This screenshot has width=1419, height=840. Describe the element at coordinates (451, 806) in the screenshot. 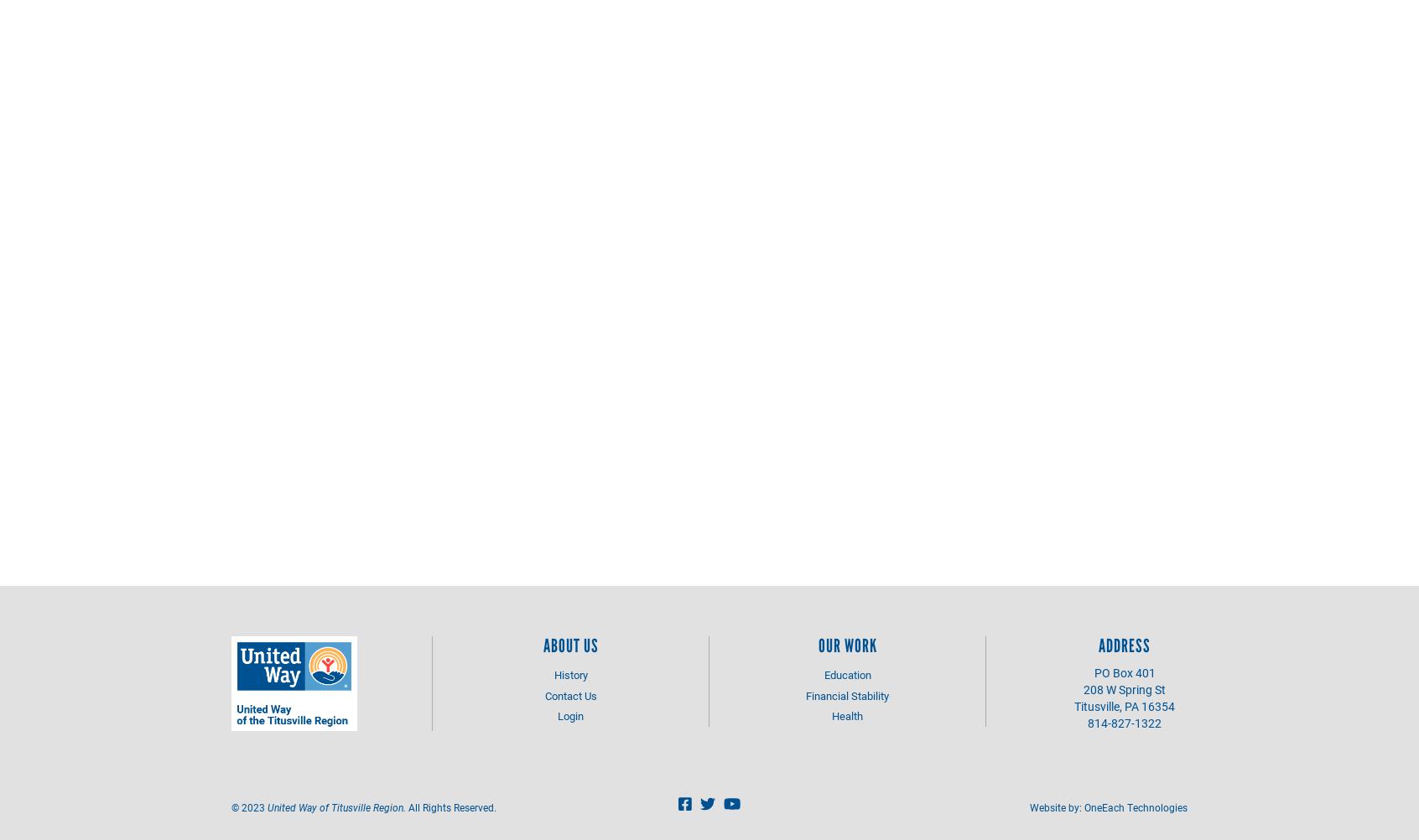

I see `'All Rights Reserved.'` at that location.